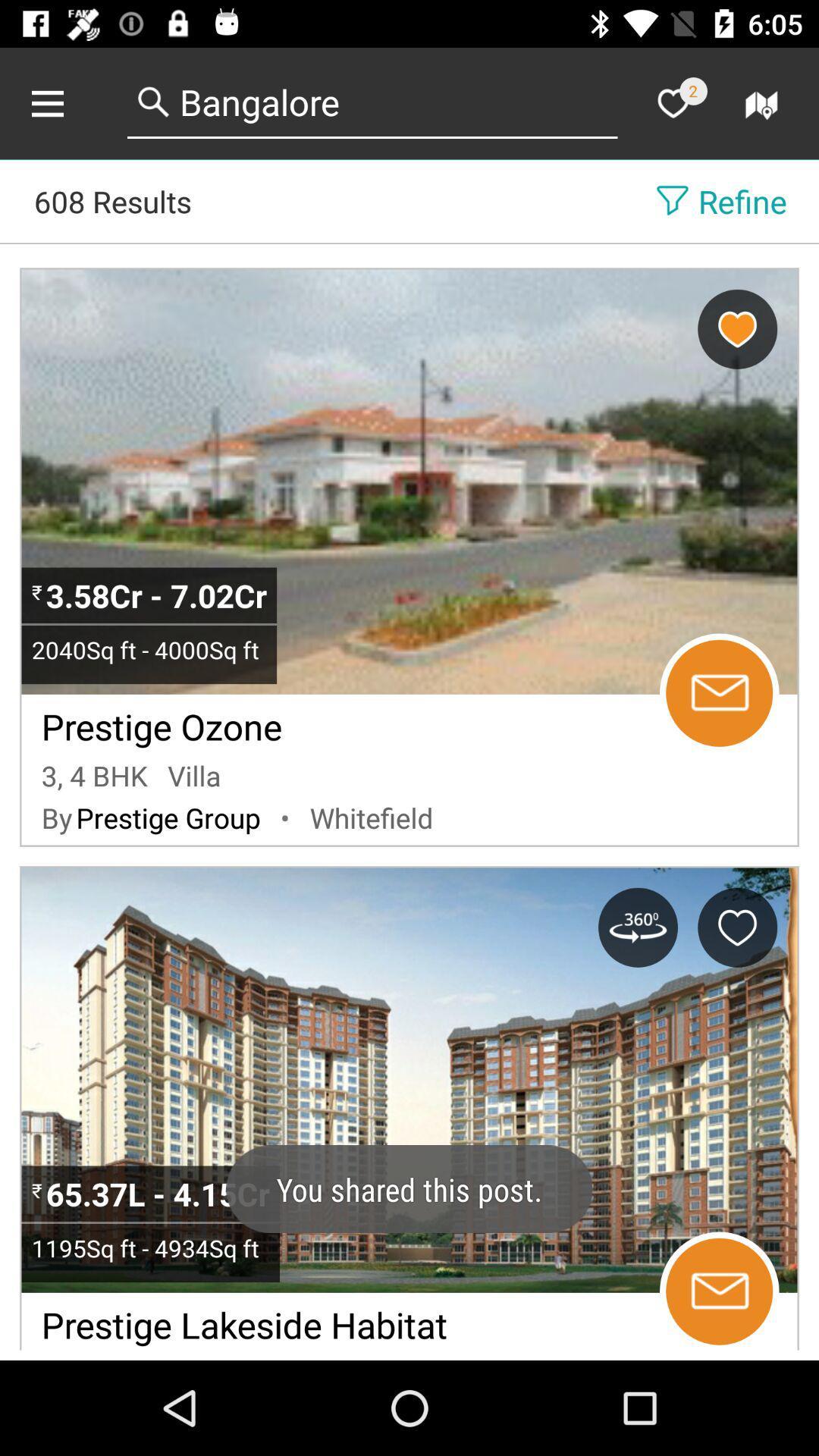 This screenshot has width=819, height=1456. What do you see at coordinates (672, 102) in the screenshot?
I see `like notification` at bounding box center [672, 102].